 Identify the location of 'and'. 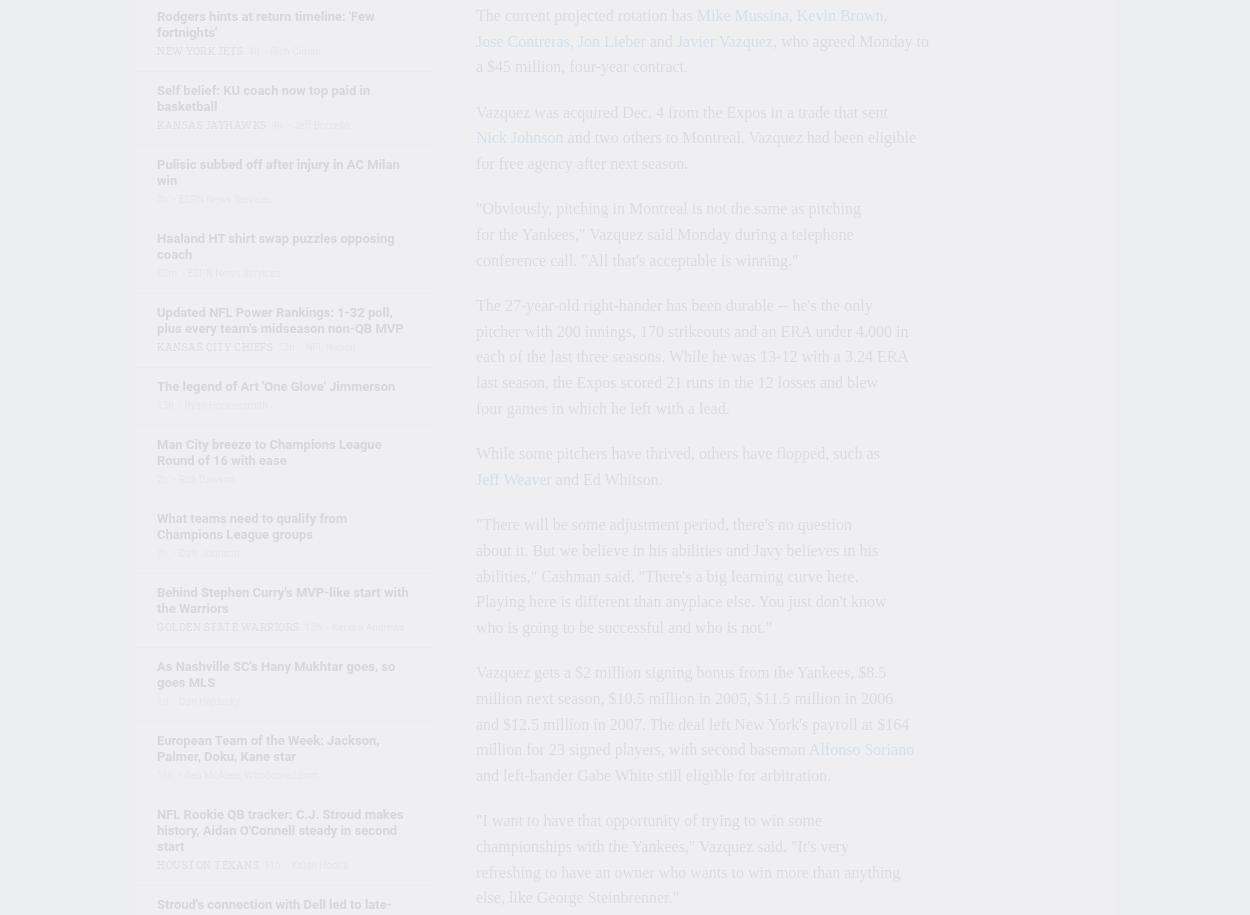
(660, 40).